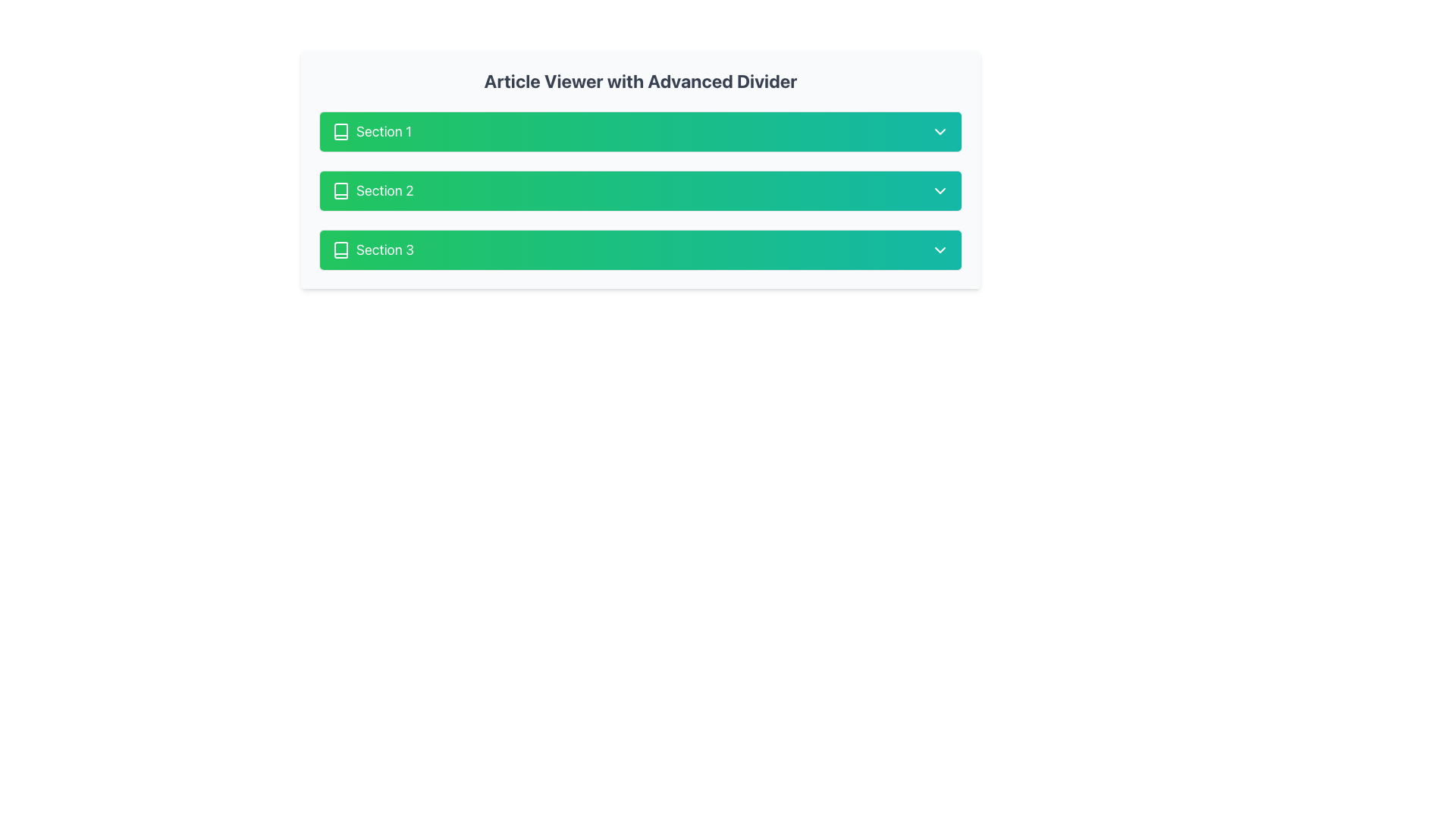  Describe the element at coordinates (939, 130) in the screenshot. I see `the downward-pointing chevron icon located at the far right of the 'Section 1' button, which has a white color and a green-to-teal gradient background` at that location.